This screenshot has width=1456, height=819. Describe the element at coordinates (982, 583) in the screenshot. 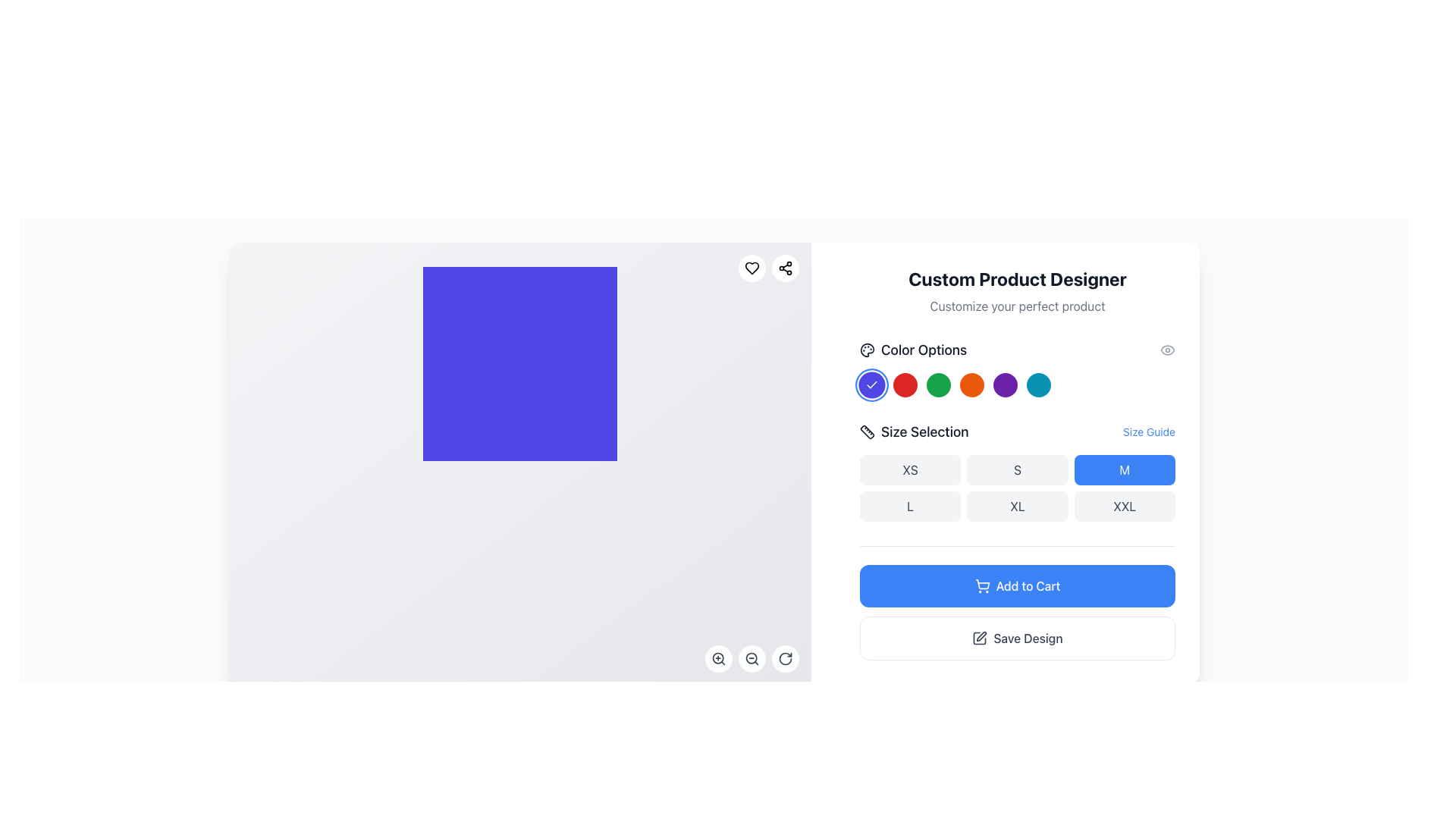

I see `the 'Add to Cart' button that contains the shopping cart icon, which is a line illustration with a rectangular body and a handle extending diagonally upward to the left` at that location.